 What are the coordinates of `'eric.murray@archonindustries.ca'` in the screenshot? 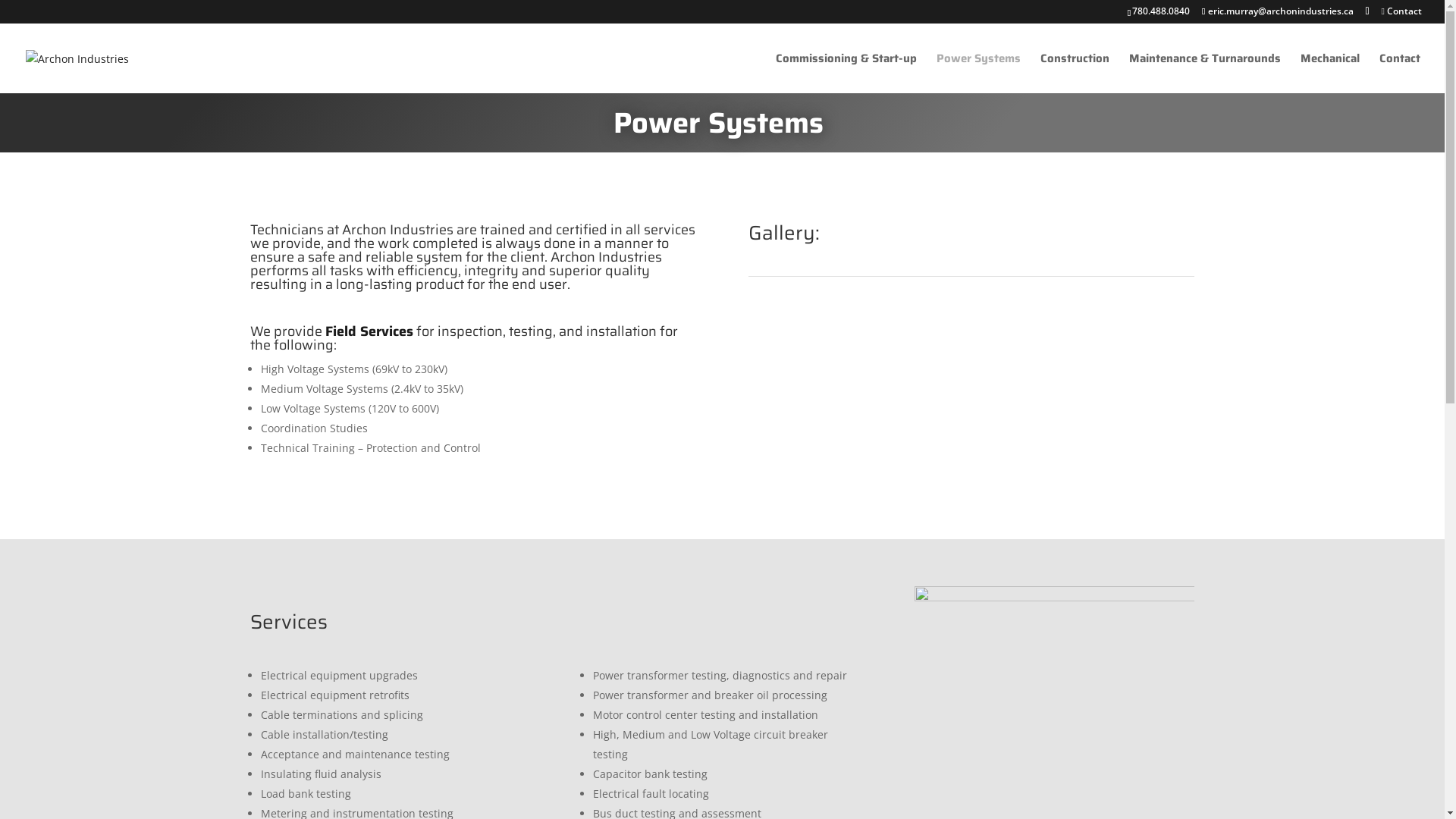 It's located at (1276, 11).